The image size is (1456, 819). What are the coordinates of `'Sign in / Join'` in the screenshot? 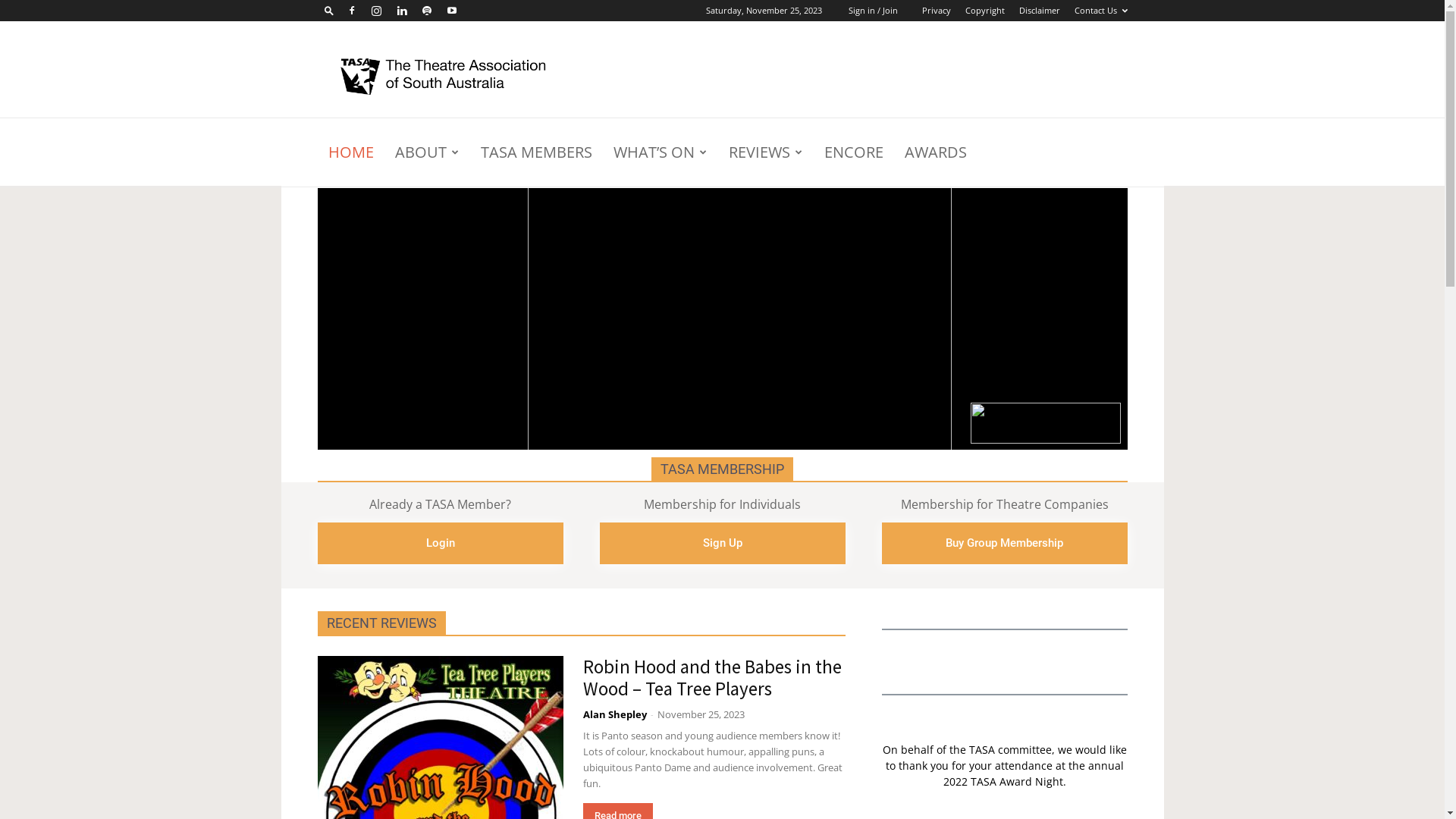 It's located at (872, 10).